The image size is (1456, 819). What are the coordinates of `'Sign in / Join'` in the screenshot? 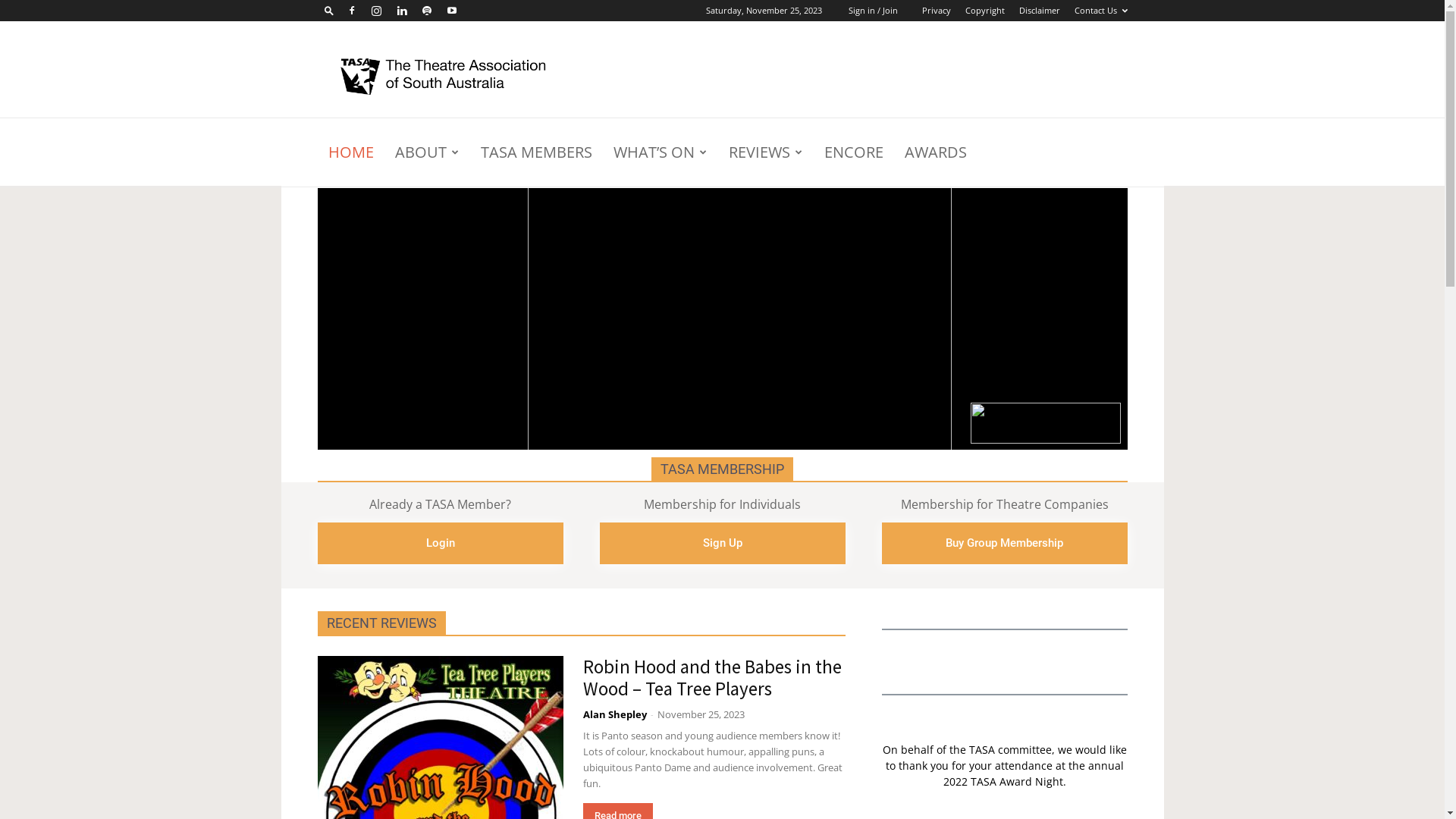 It's located at (872, 10).